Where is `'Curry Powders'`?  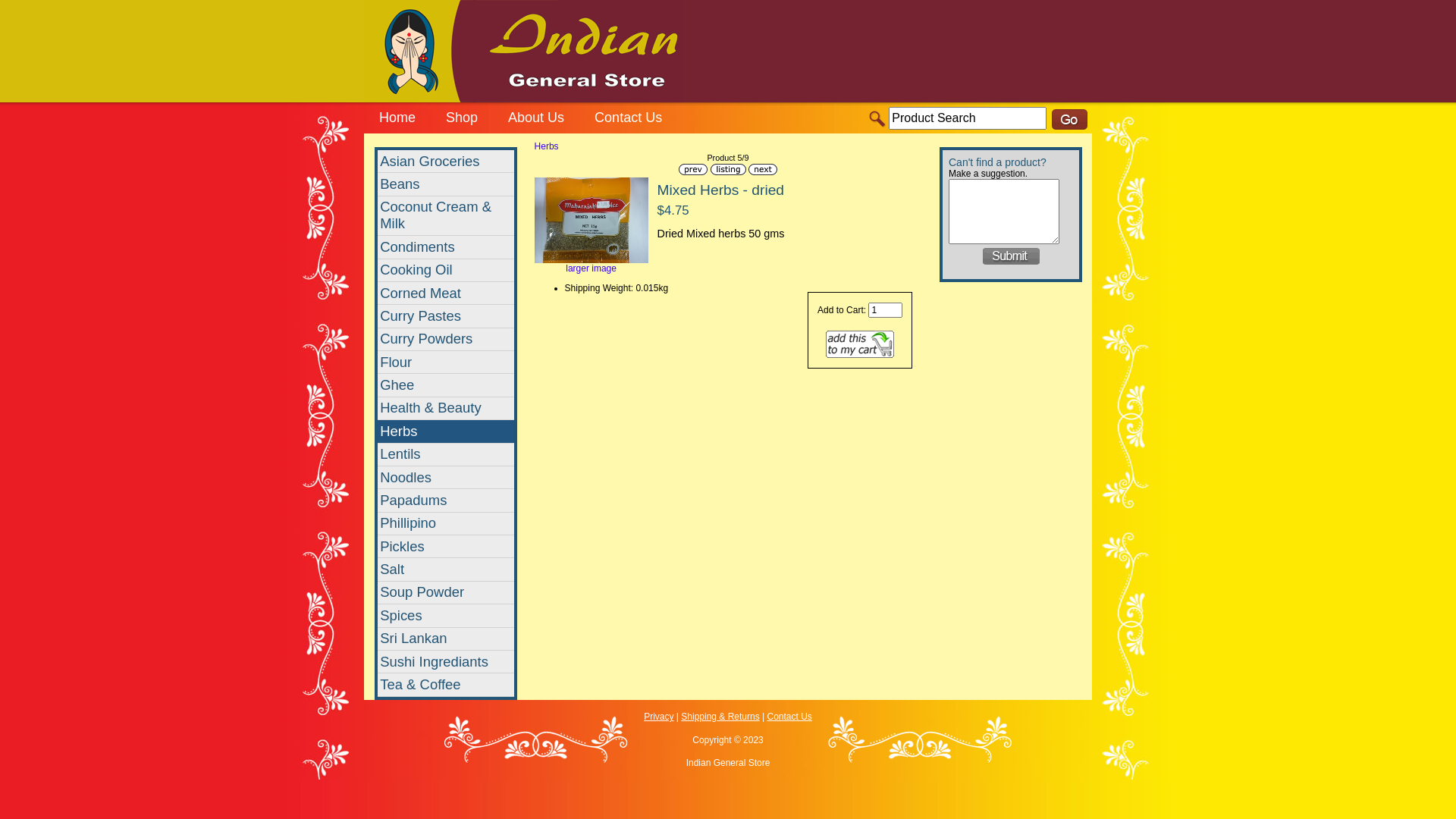 'Curry Powders' is located at coordinates (445, 338).